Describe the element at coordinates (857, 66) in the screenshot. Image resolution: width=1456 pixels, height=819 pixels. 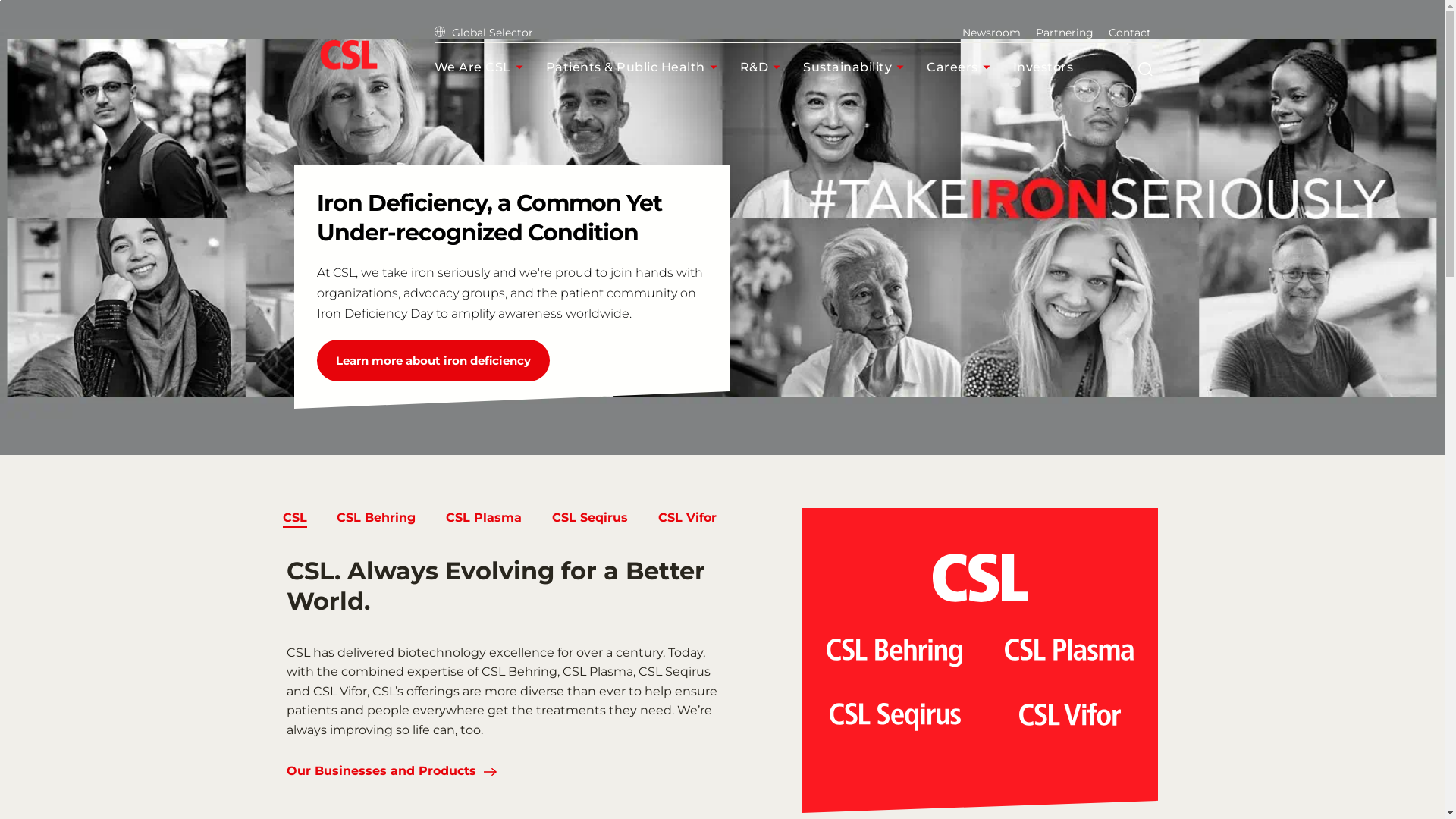
I see `'Sustainability'` at that location.